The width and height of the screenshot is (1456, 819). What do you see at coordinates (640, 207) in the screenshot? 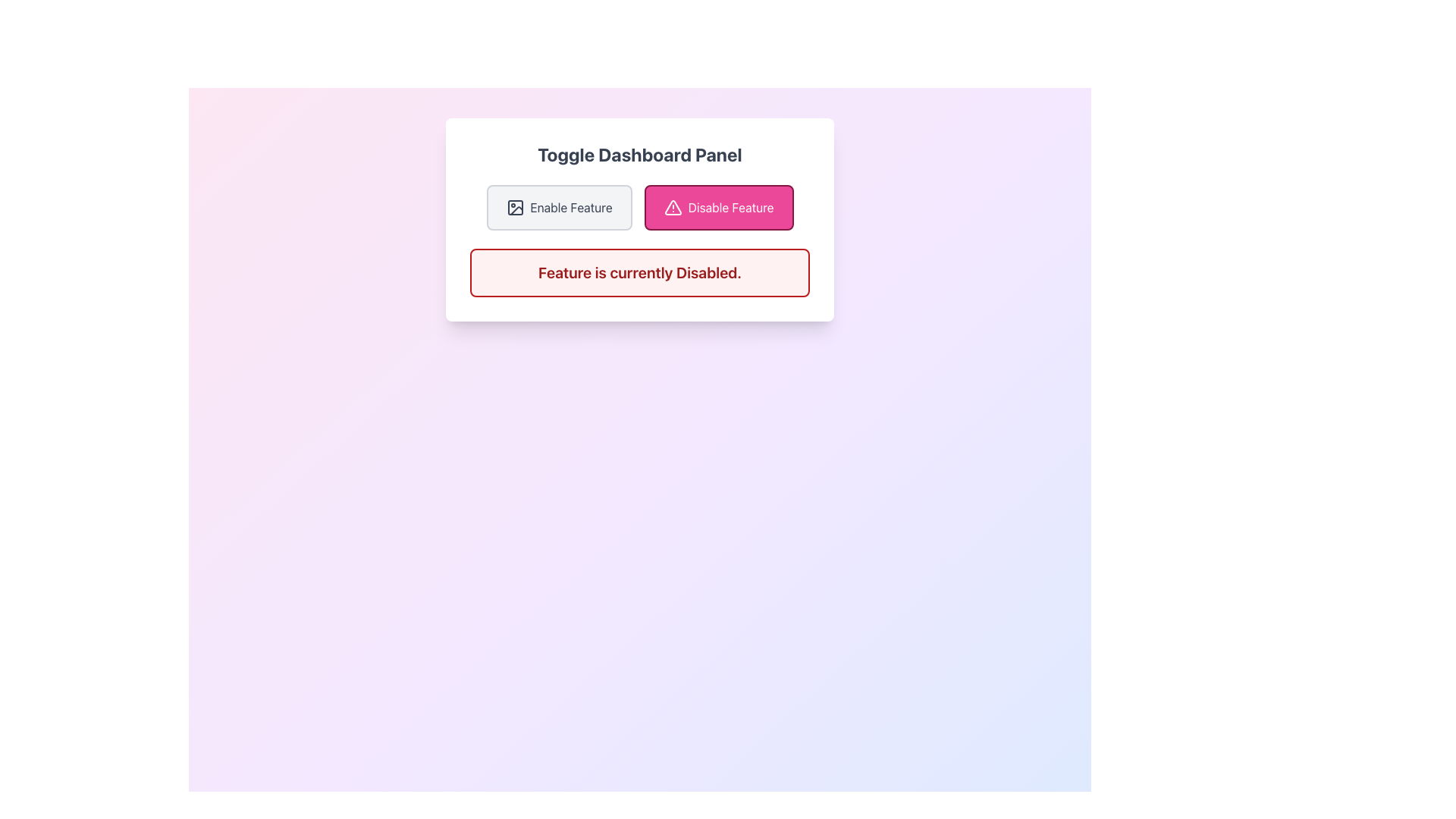
I see `the 'Disable Feature' button, which is part of the horizontally aligned Button Group inside the 'Toggle Dashboard Panel'` at bounding box center [640, 207].